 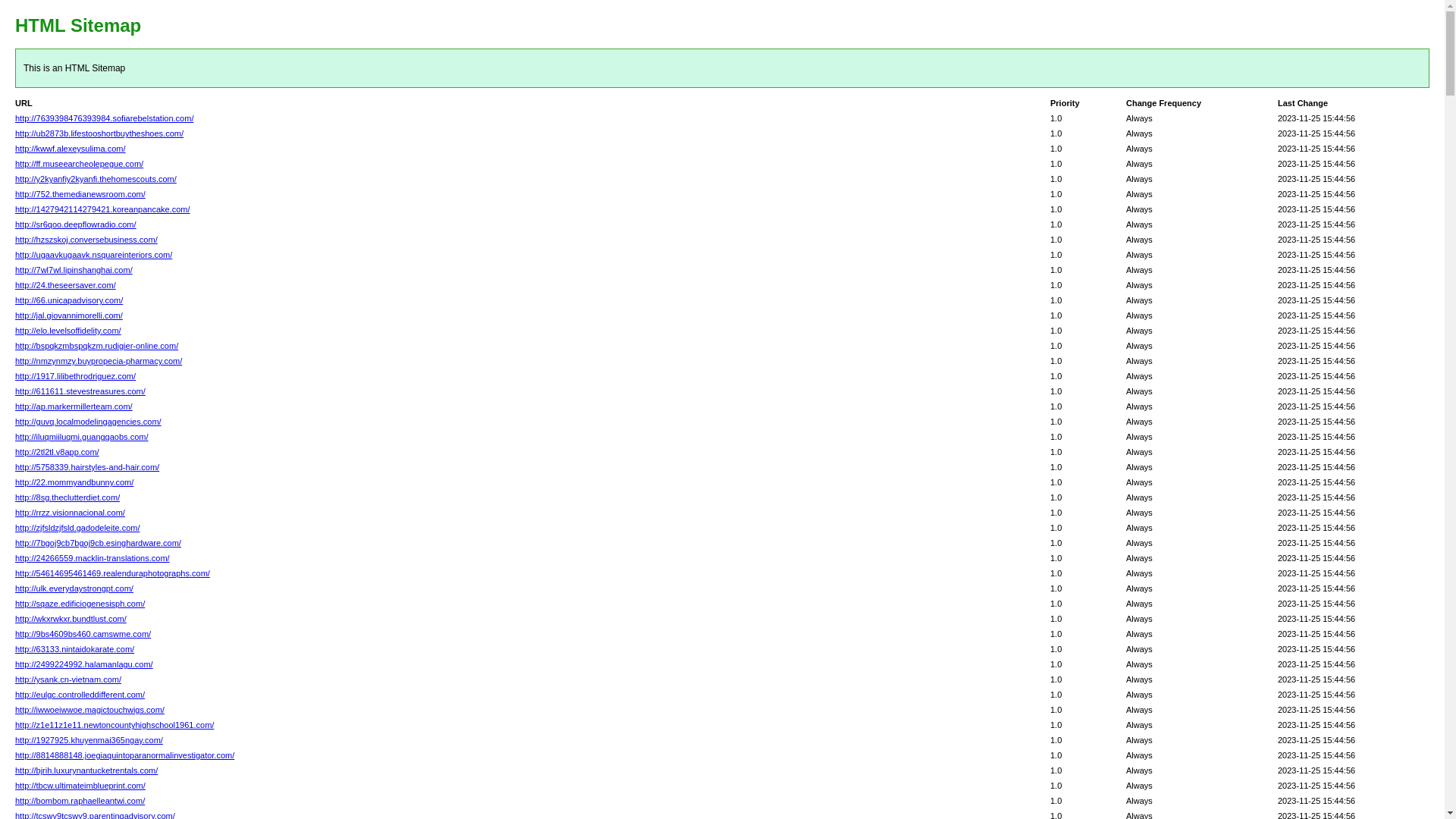 I want to click on 'http://8814888148.joegiaquintoparanormalinvestigator.com/', so click(x=124, y=755).